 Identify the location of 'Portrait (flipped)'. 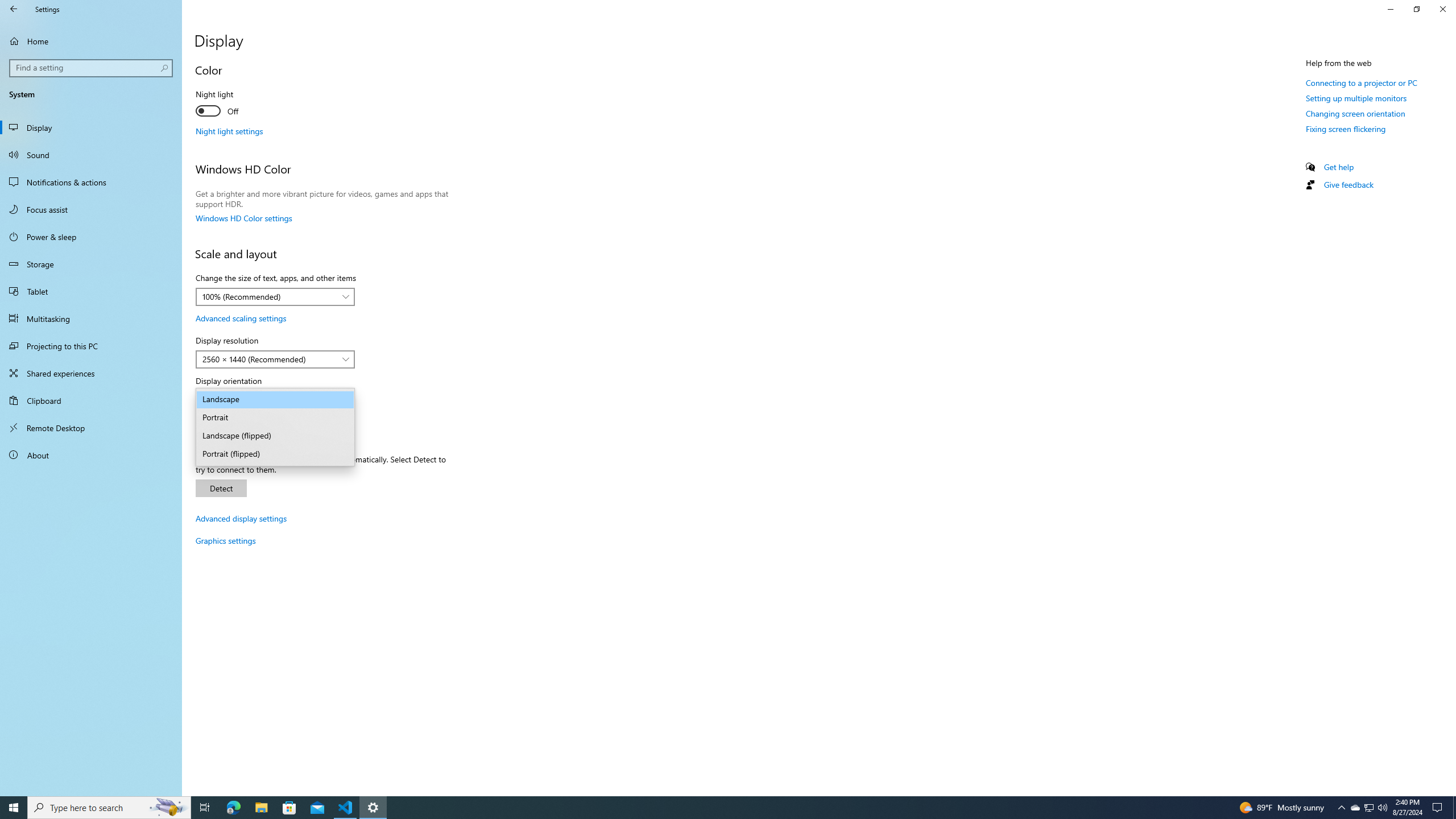
(274, 454).